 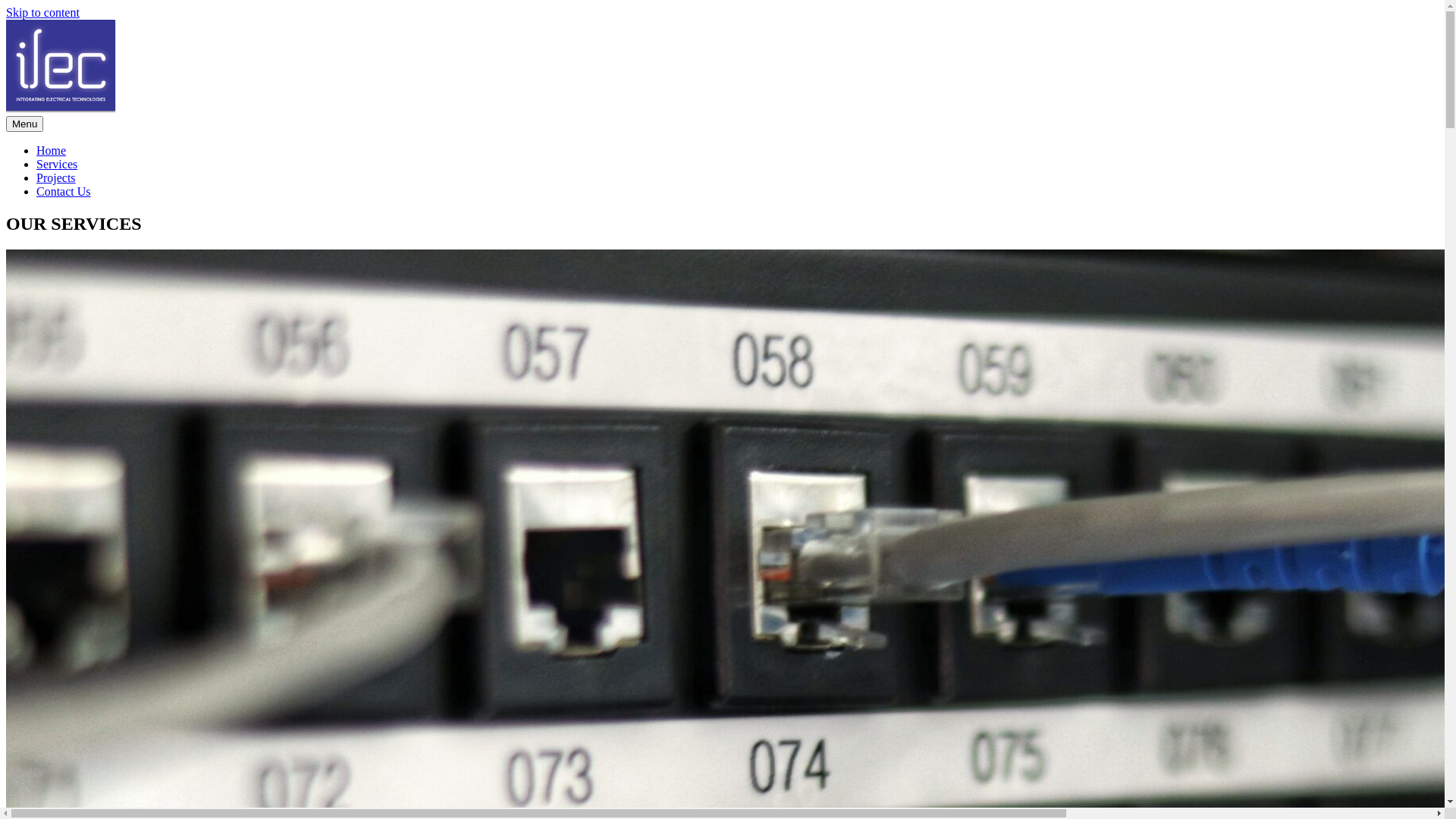 I want to click on 'Contact Us', so click(x=62, y=190).